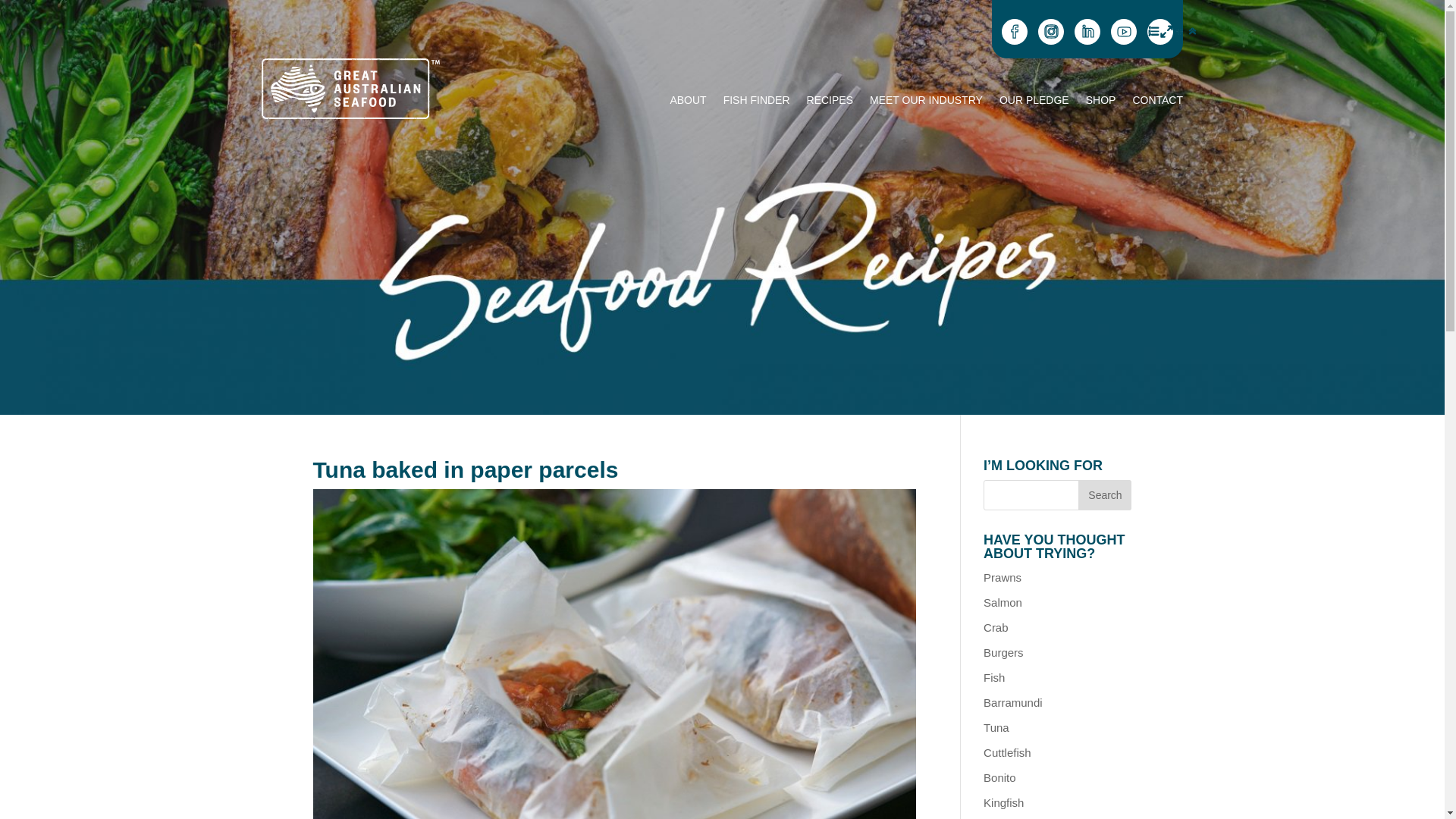 This screenshot has height=819, width=1456. I want to click on 'Tuna', so click(996, 726).